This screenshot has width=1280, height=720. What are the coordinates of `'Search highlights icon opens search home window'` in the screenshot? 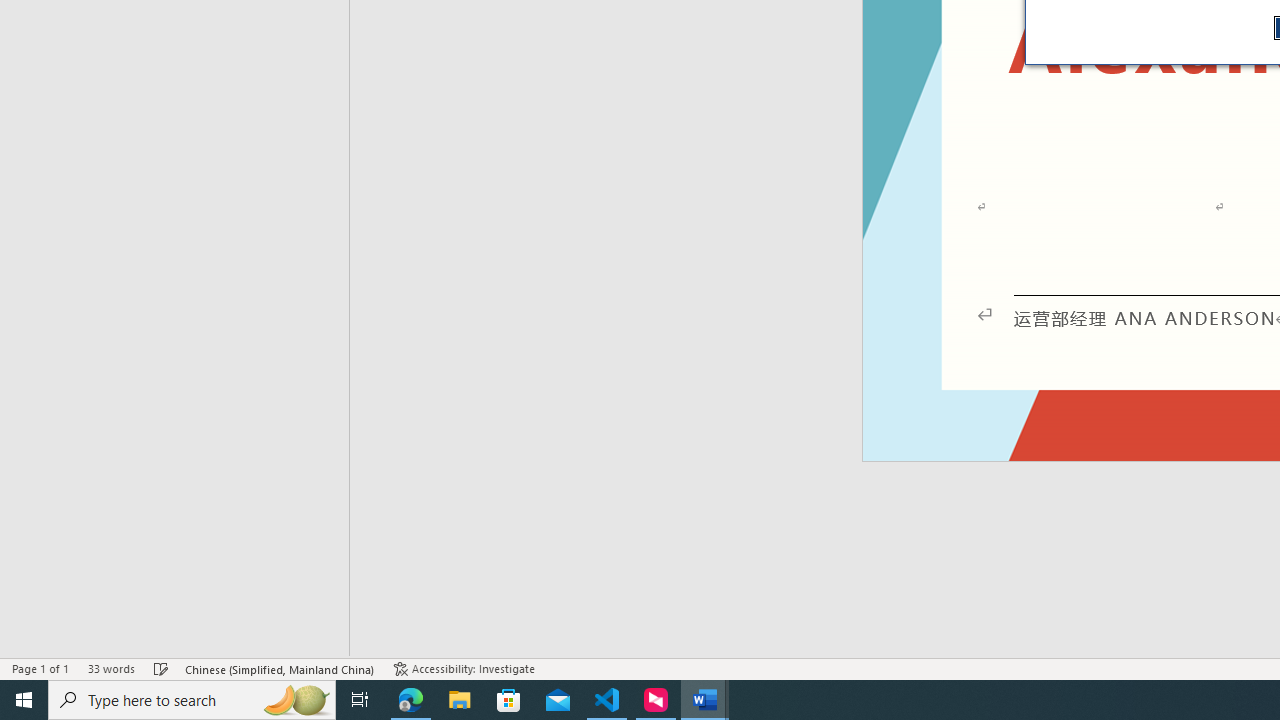 It's located at (294, 698).